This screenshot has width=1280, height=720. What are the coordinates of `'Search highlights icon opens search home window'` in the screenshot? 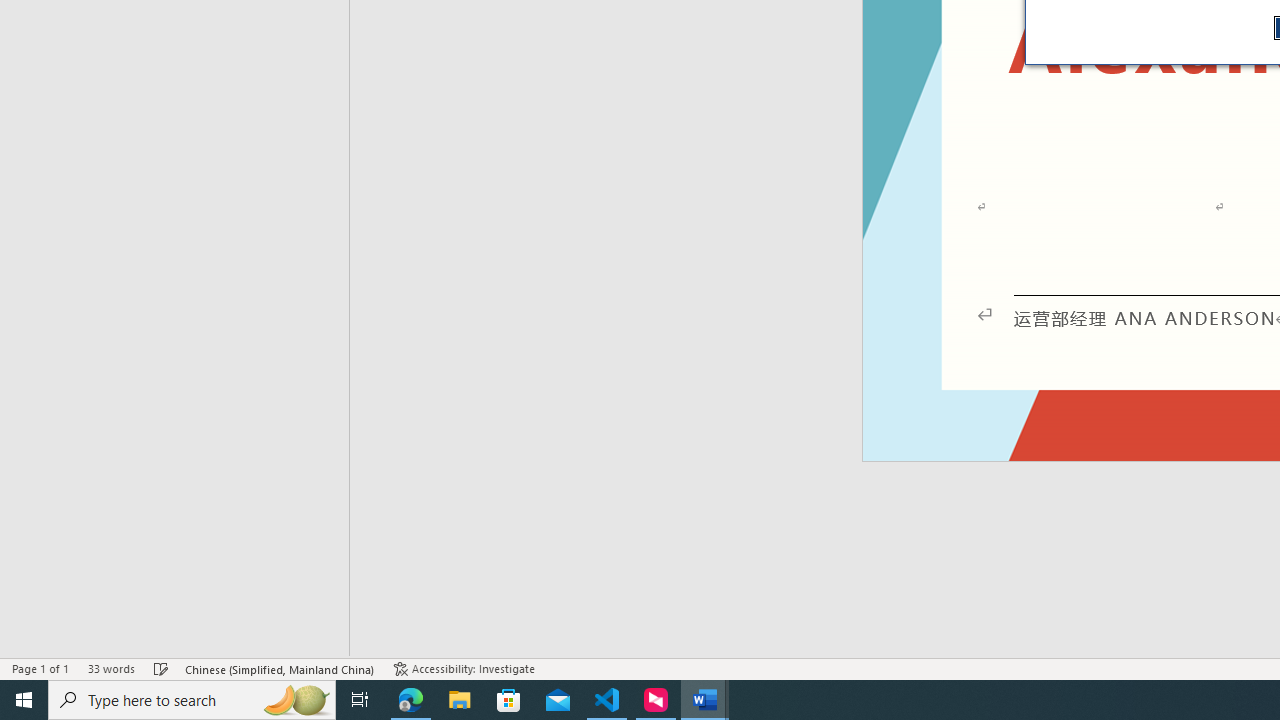 It's located at (294, 698).